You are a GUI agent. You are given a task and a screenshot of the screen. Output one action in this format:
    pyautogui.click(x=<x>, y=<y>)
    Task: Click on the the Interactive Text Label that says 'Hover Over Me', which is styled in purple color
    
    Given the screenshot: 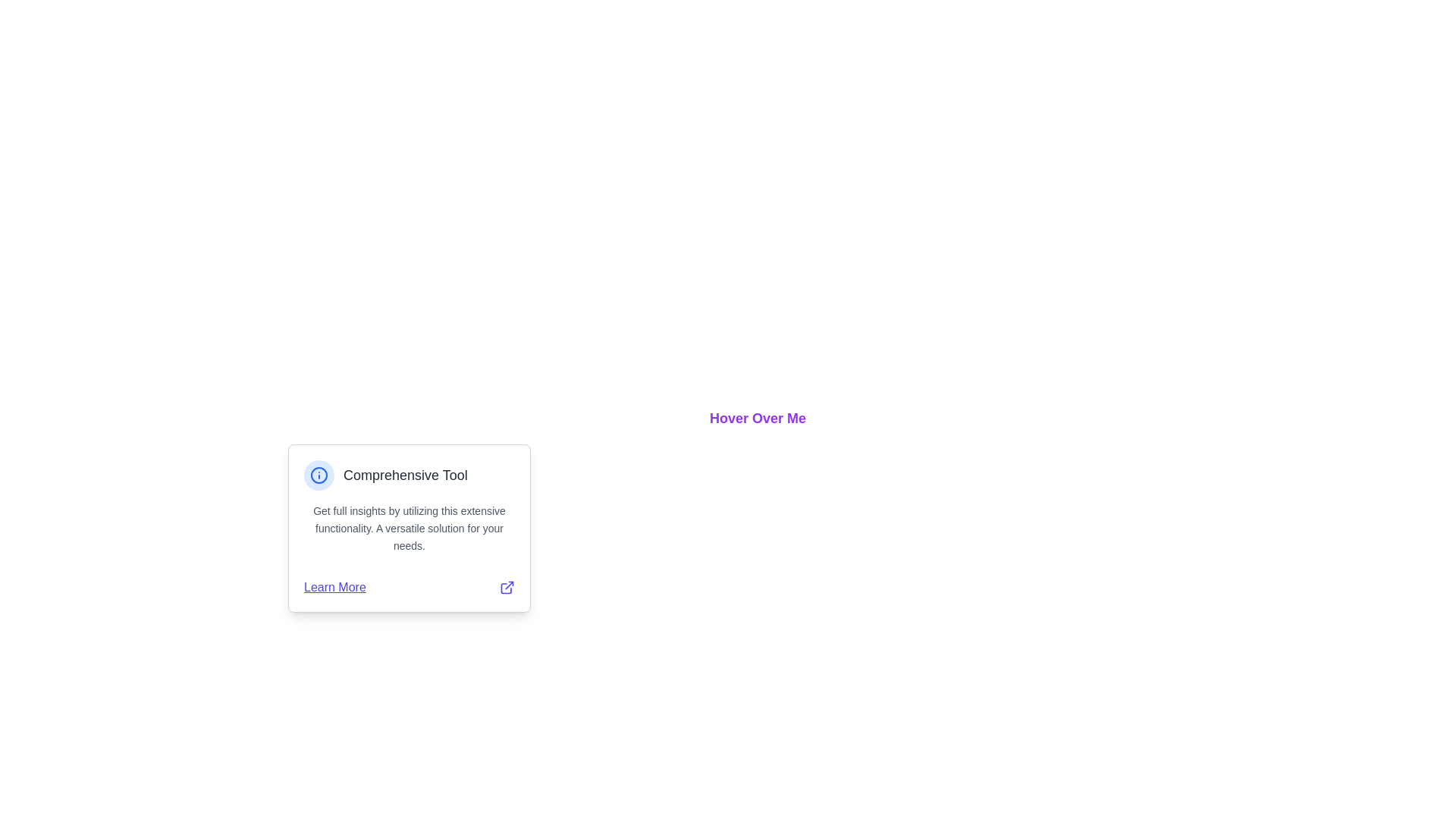 What is the action you would take?
    pyautogui.click(x=758, y=418)
    